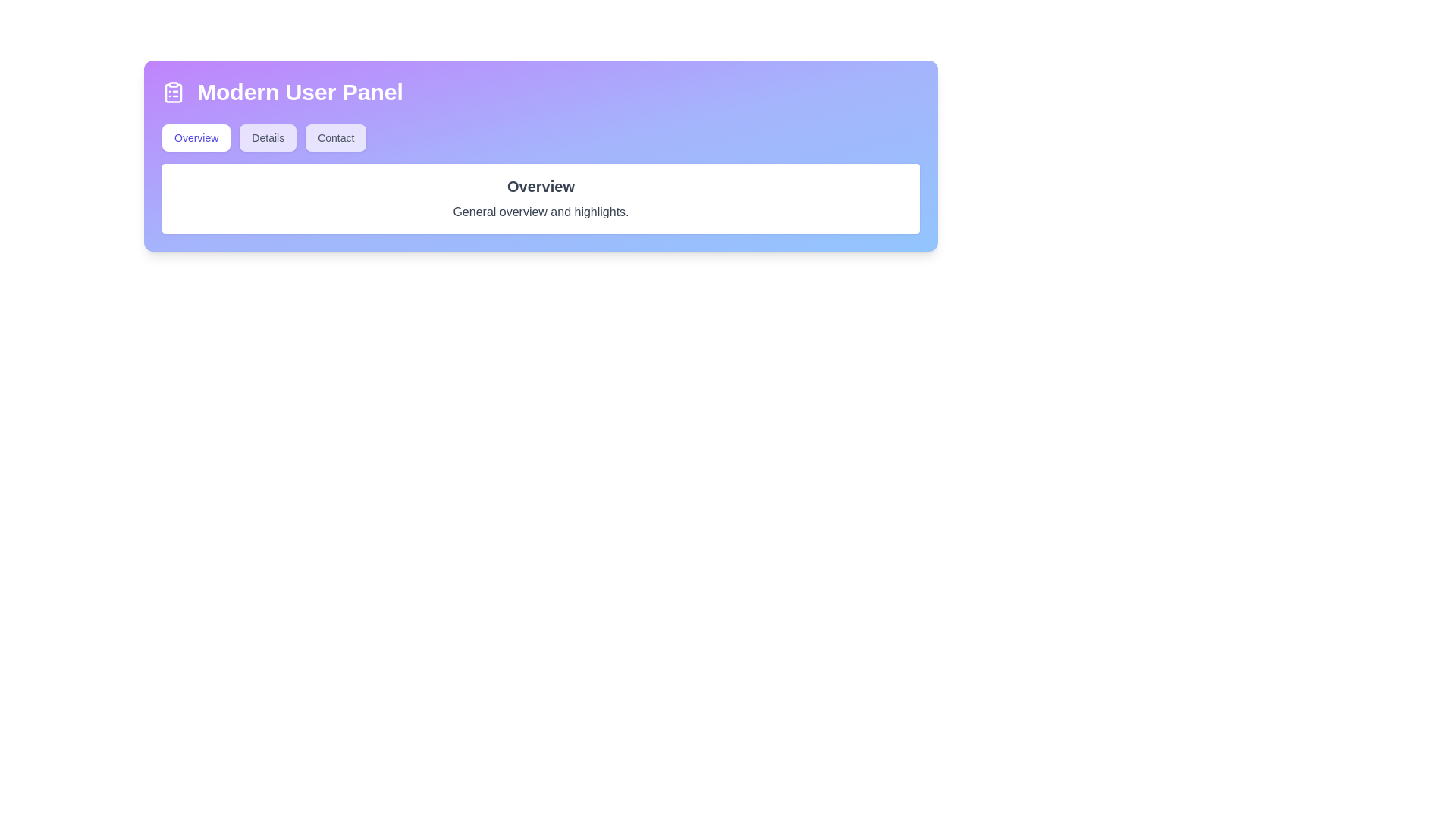  Describe the element at coordinates (268, 137) in the screenshot. I see `the 'Details' button located in the 'Modern User Panel'` at that location.